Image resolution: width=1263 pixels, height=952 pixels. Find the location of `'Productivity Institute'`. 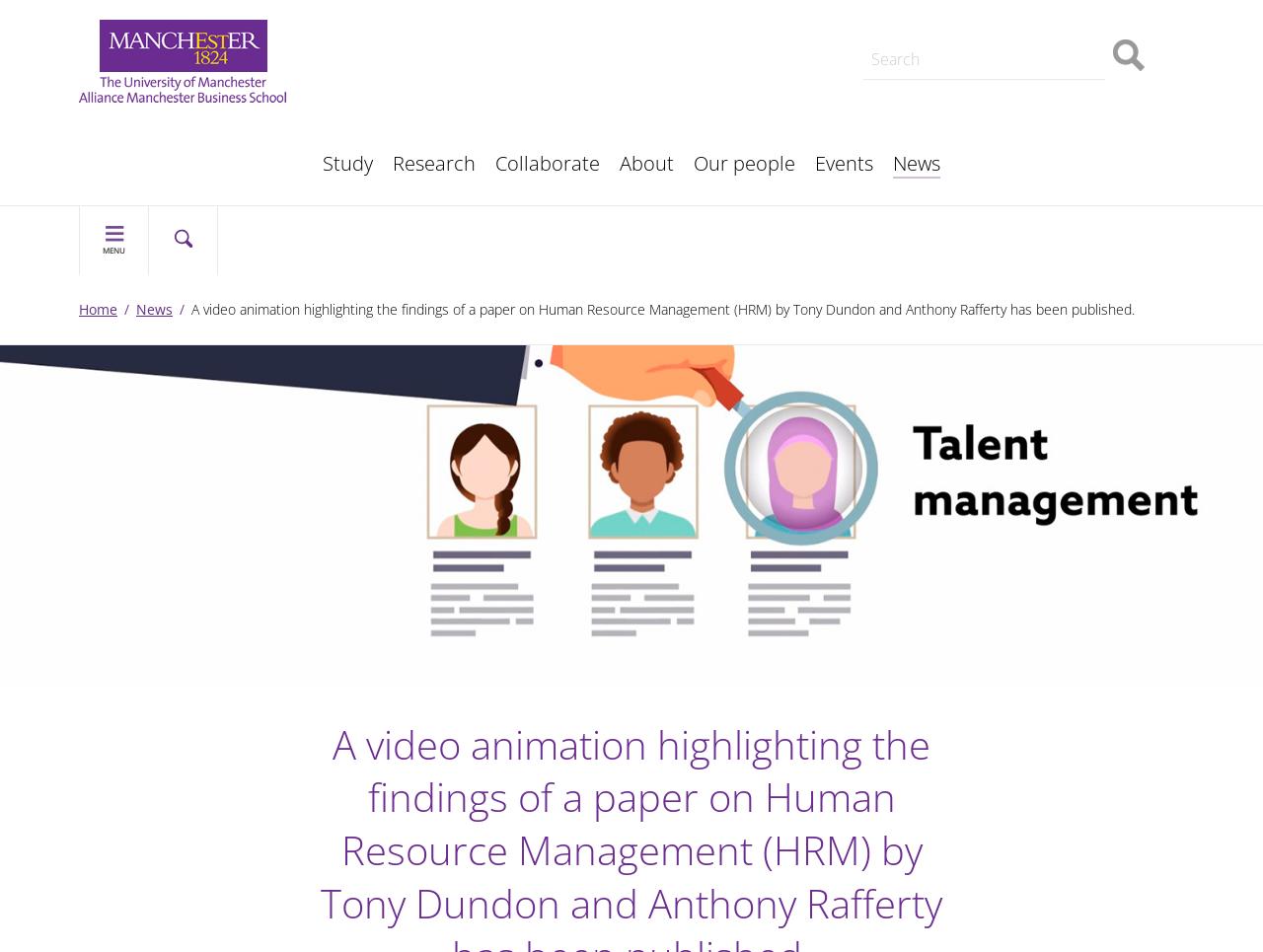

'Productivity Institute' is located at coordinates (444, 153).